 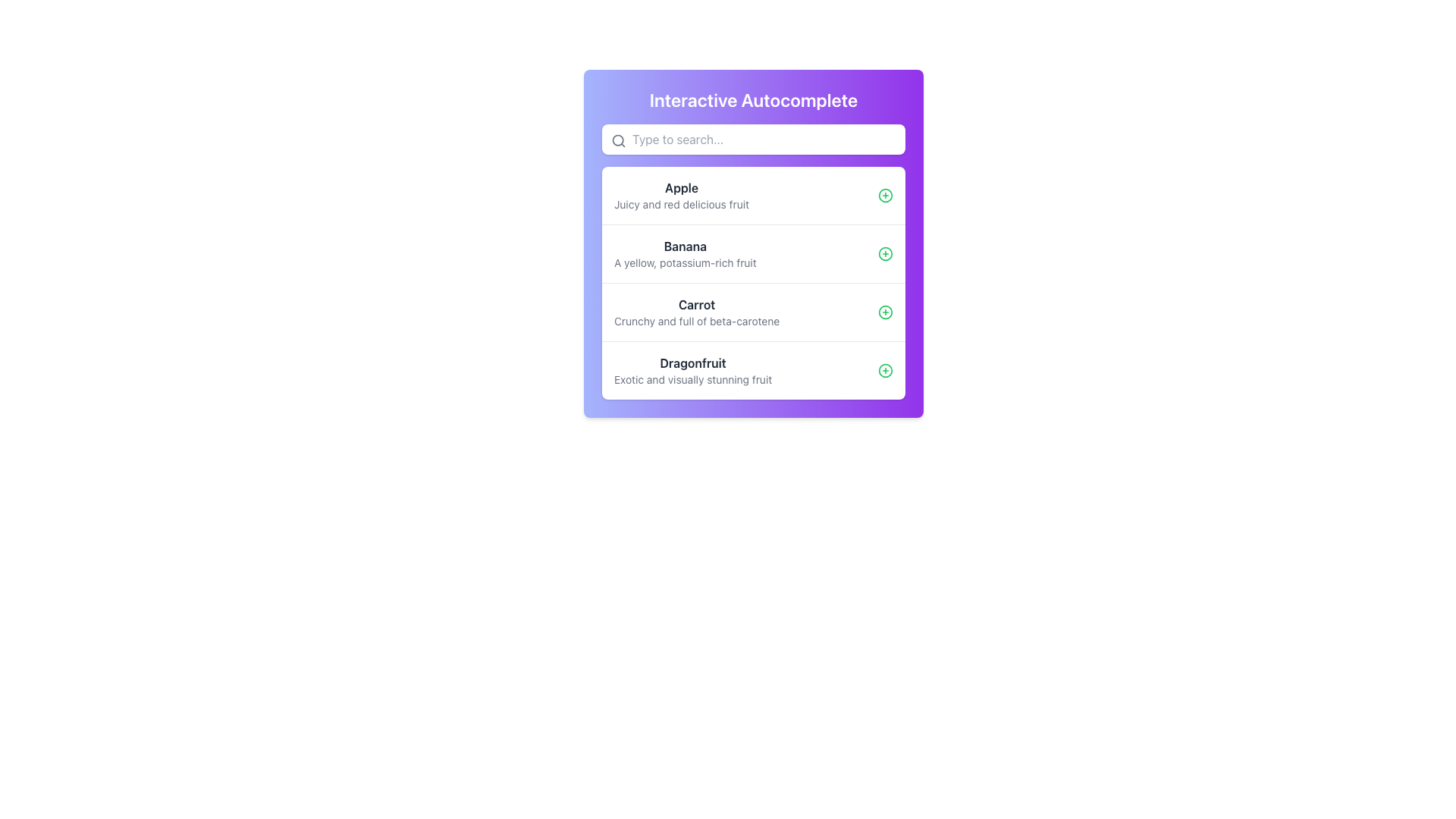 What do you see at coordinates (885, 195) in the screenshot?
I see `the central circle of the 'add' button associated with the 'Apple' item in the SVG graphic` at bounding box center [885, 195].